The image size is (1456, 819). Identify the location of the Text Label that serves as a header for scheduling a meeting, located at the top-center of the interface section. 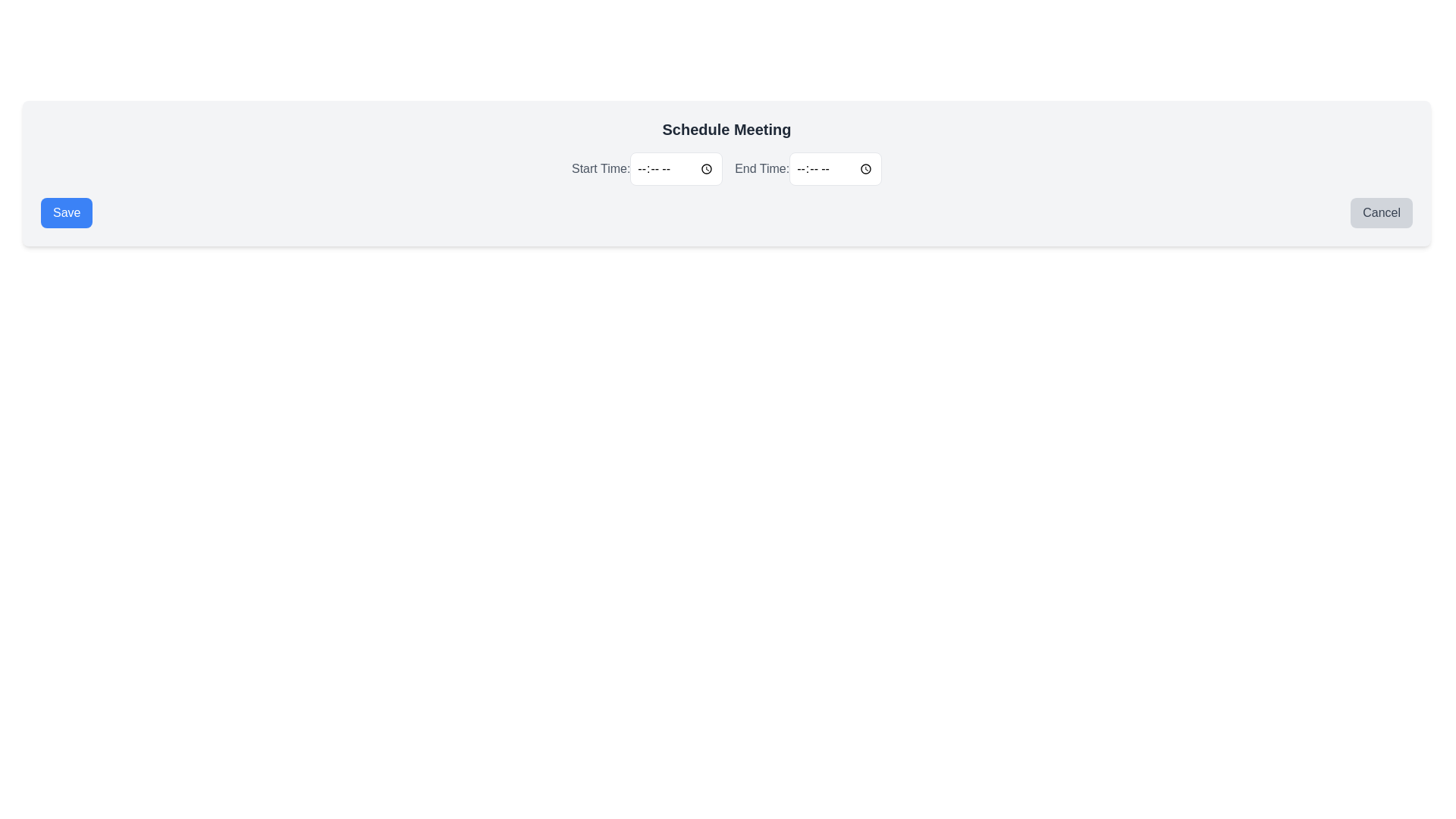
(726, 128).